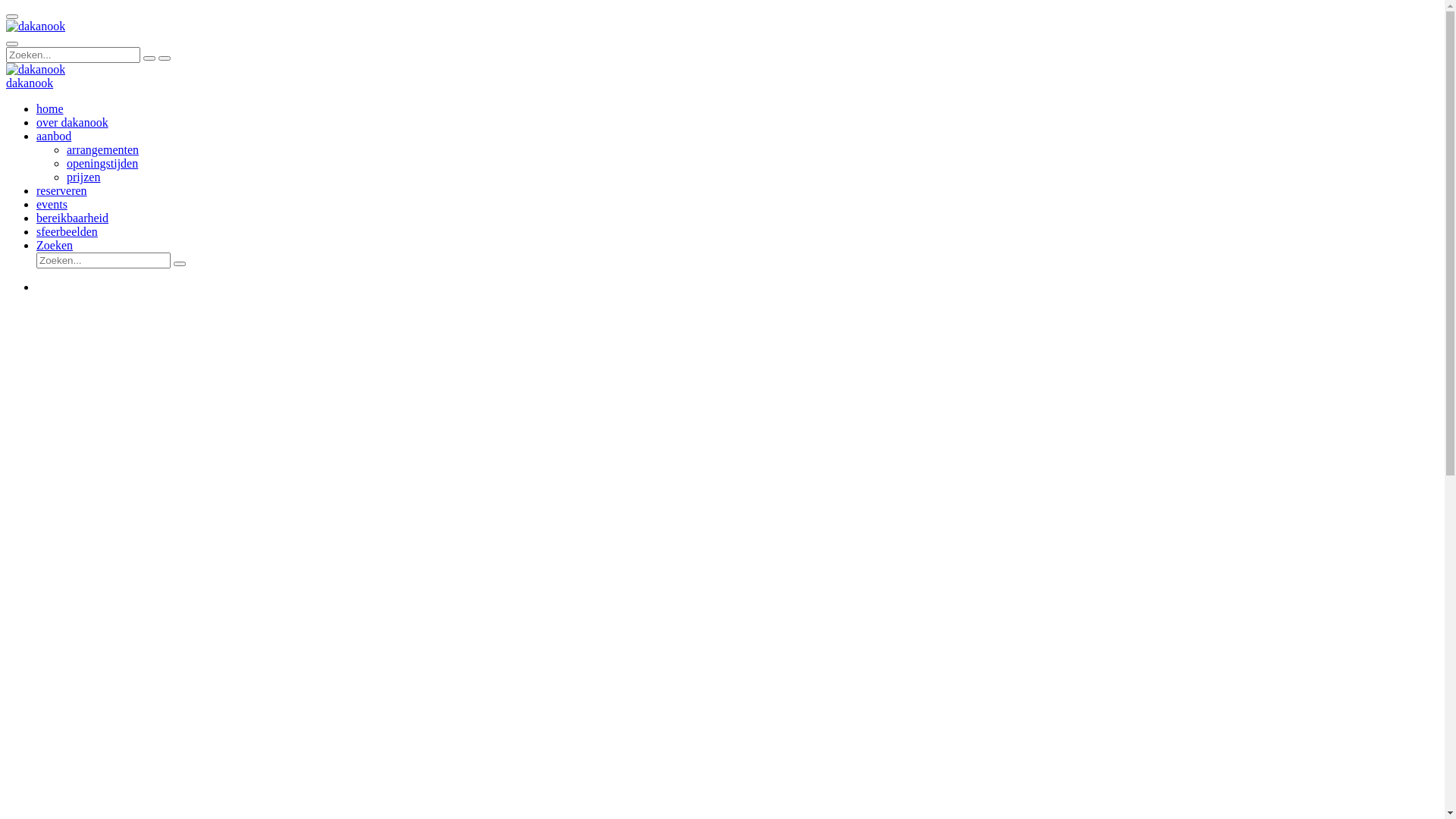 The height and width of the screenshot is (819, 1456). Describe the element at coordinates (83, 176) in the screenshot. I see `'prijzen'` at that location.